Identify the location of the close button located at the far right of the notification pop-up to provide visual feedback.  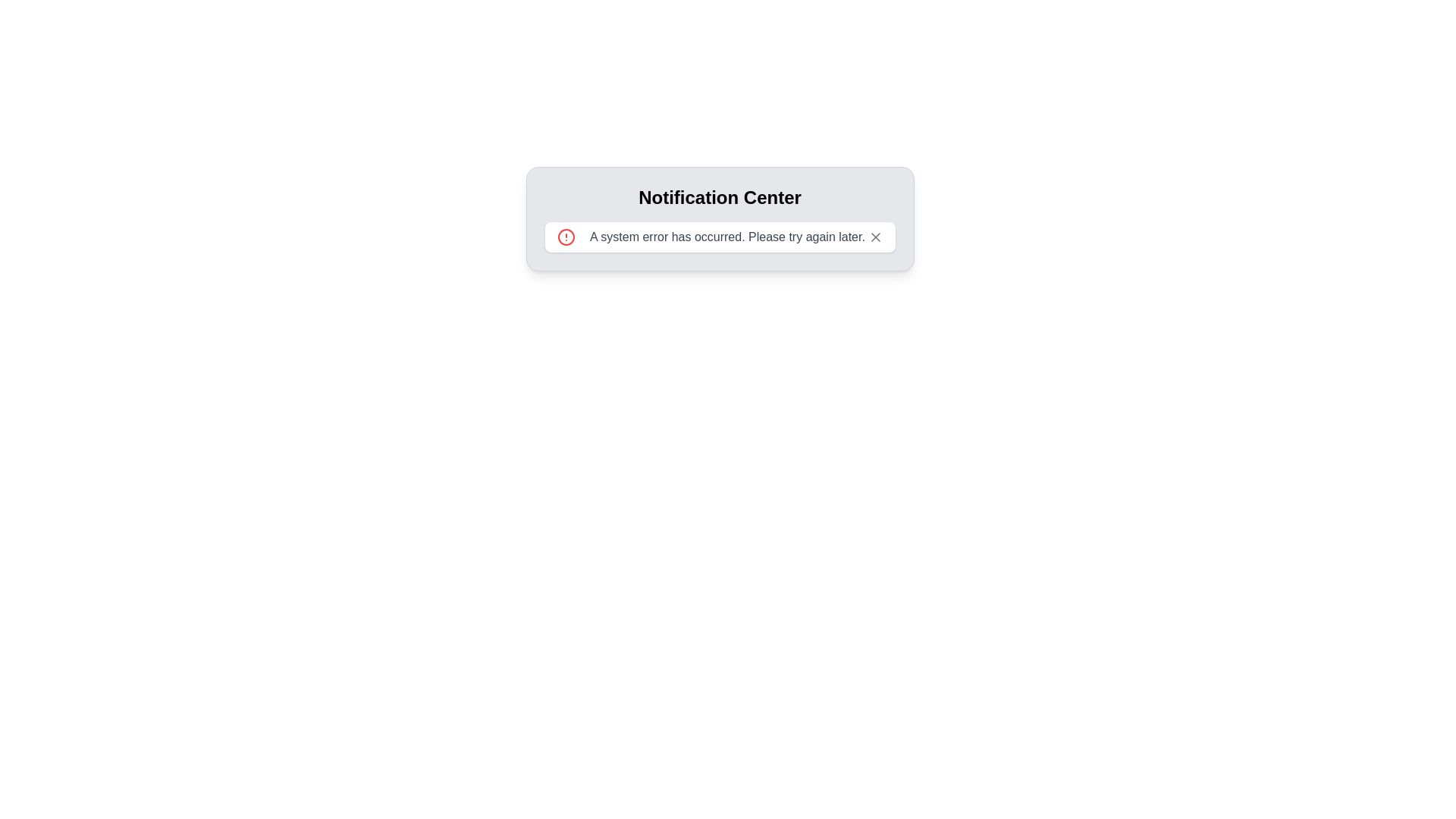
(875, 237).